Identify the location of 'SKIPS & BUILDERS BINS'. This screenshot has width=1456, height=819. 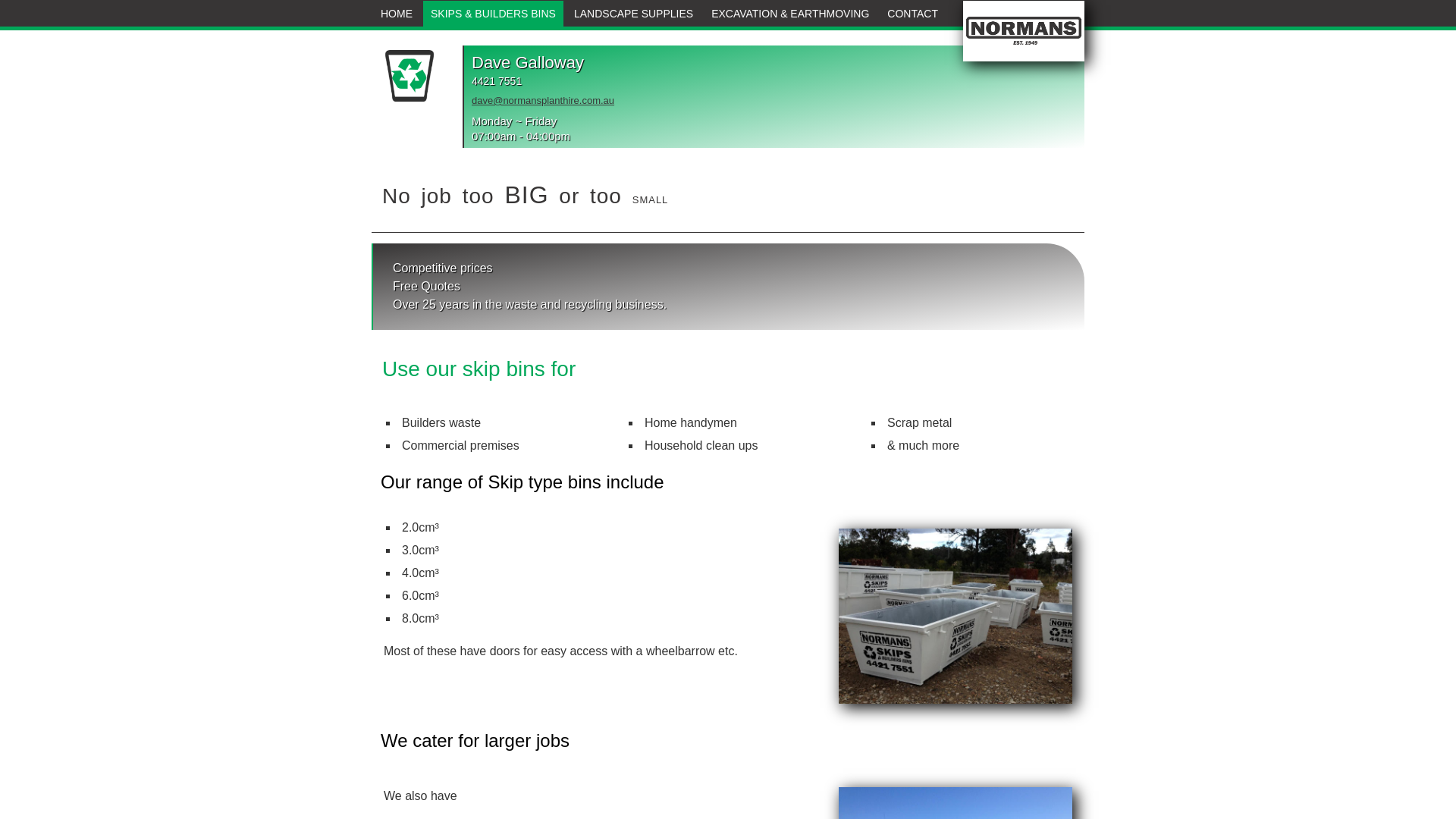
(493, 14).